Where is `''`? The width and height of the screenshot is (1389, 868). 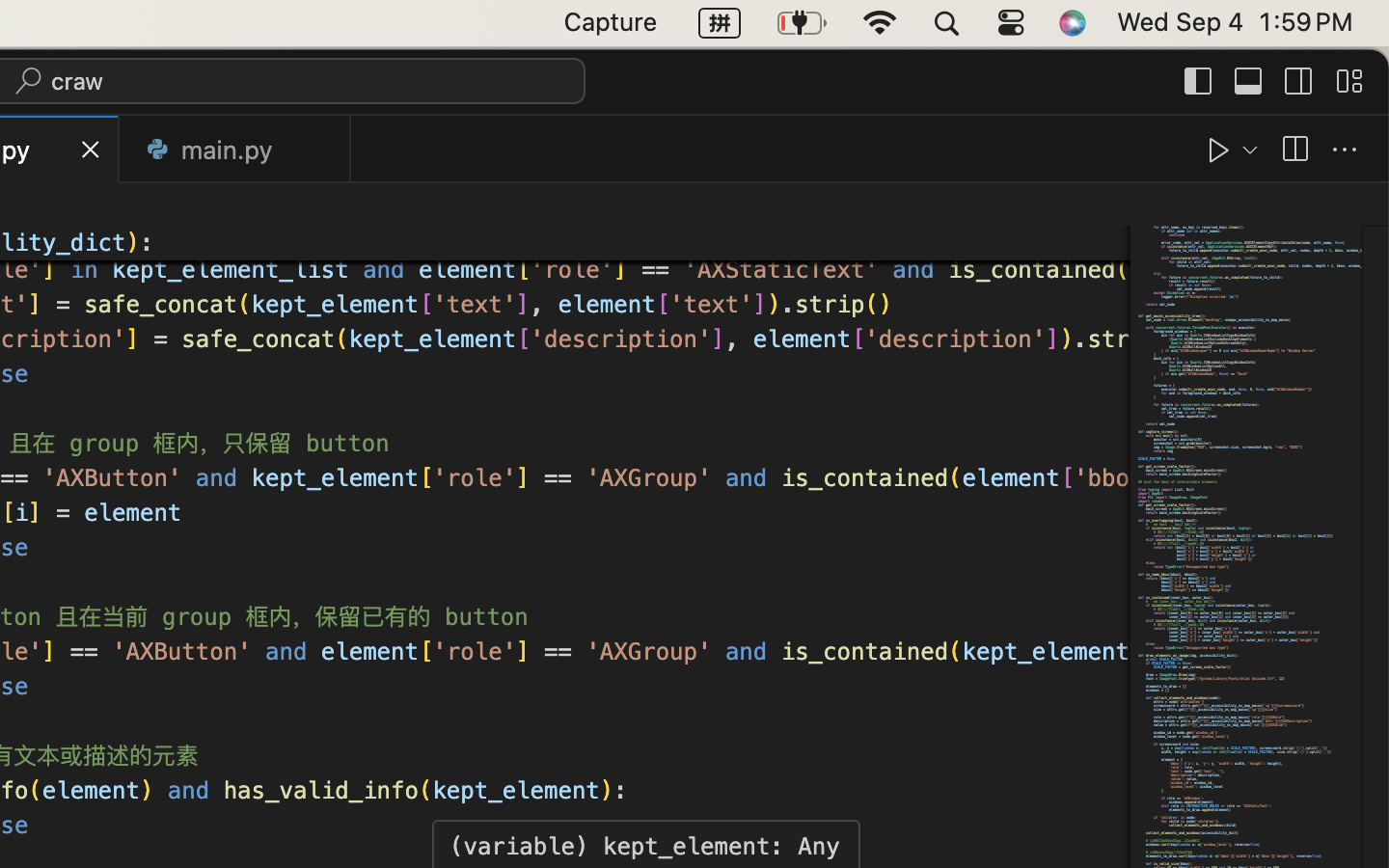 '' is located at coordinates (1297, 79).